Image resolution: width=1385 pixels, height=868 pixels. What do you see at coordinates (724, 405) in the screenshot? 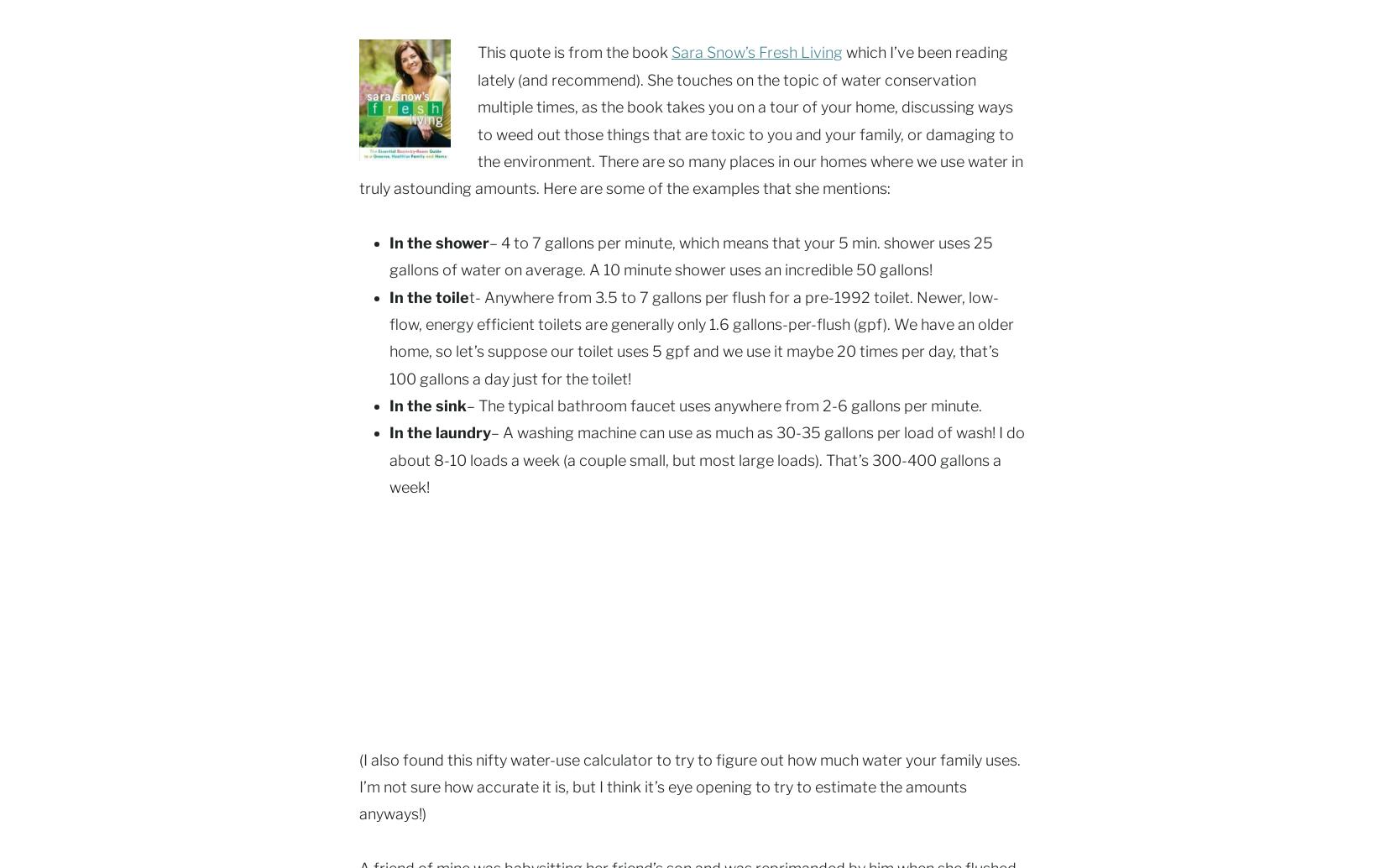
I see `'– The typical bathroom faucet uses anywhere from 2-6 gallons per minute.'` at bounding box center [724, 405].